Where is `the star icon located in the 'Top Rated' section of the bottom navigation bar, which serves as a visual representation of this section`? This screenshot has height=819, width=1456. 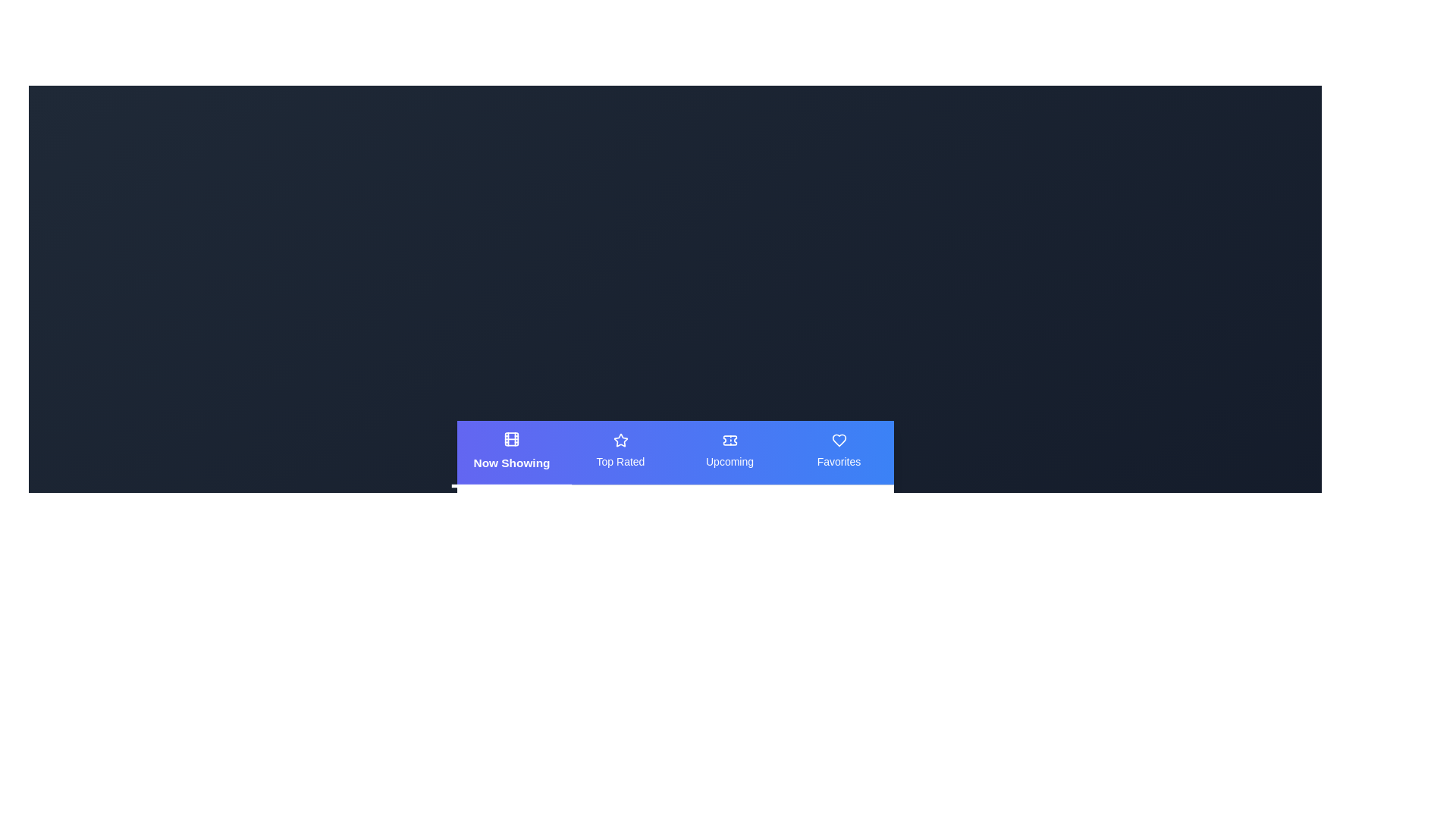 the star icon located in the 'Top Rated' section of the bottom navigation bar, which serves as a visual representation of this section is located at coordinates (620, 440).